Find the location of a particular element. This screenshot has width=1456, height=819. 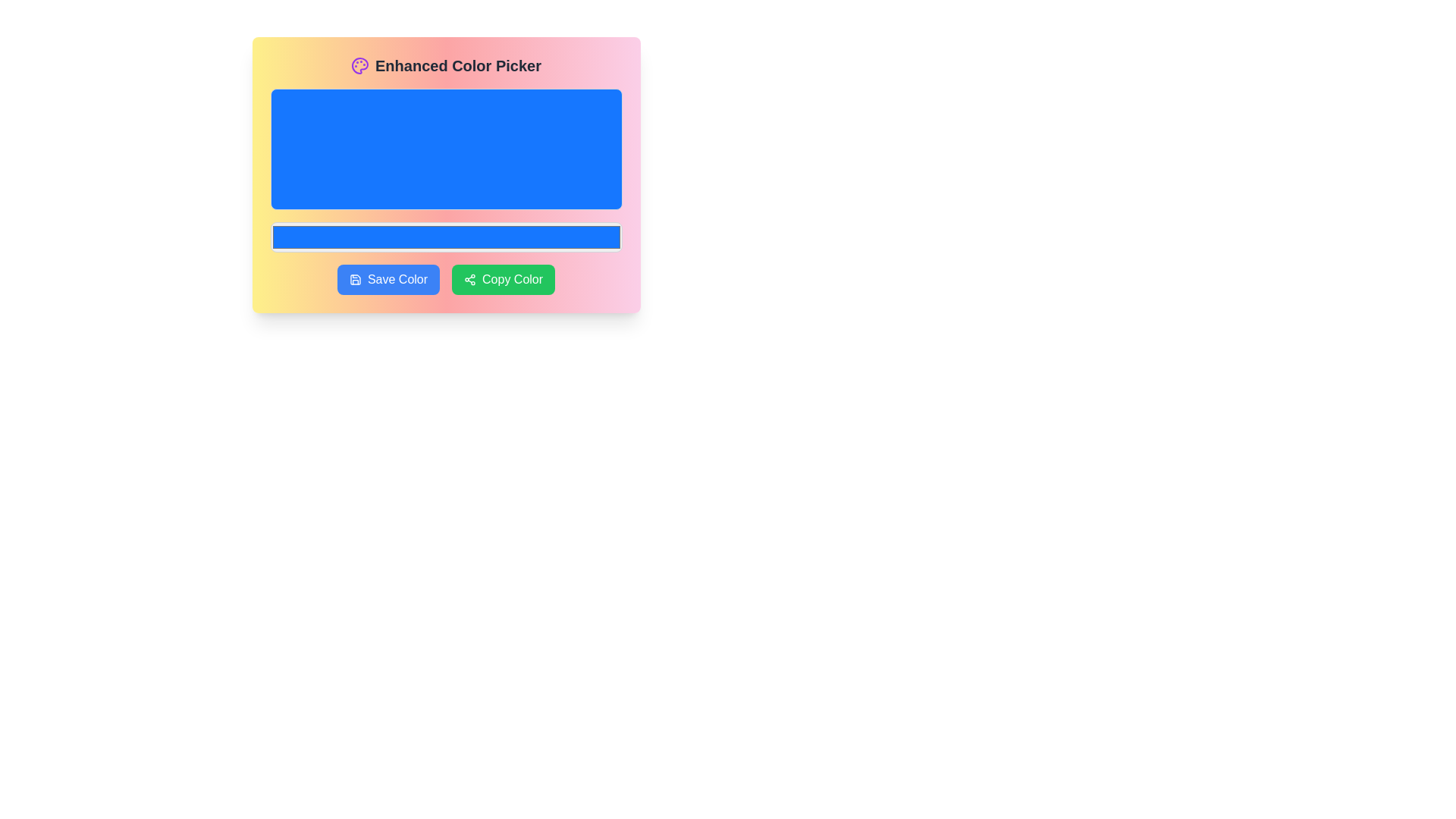

the save action icon, which is a small graphical representation of a floppy disk, located inside the 'Save Color' button at the specified coordinates is located at coordinates (354, 280).